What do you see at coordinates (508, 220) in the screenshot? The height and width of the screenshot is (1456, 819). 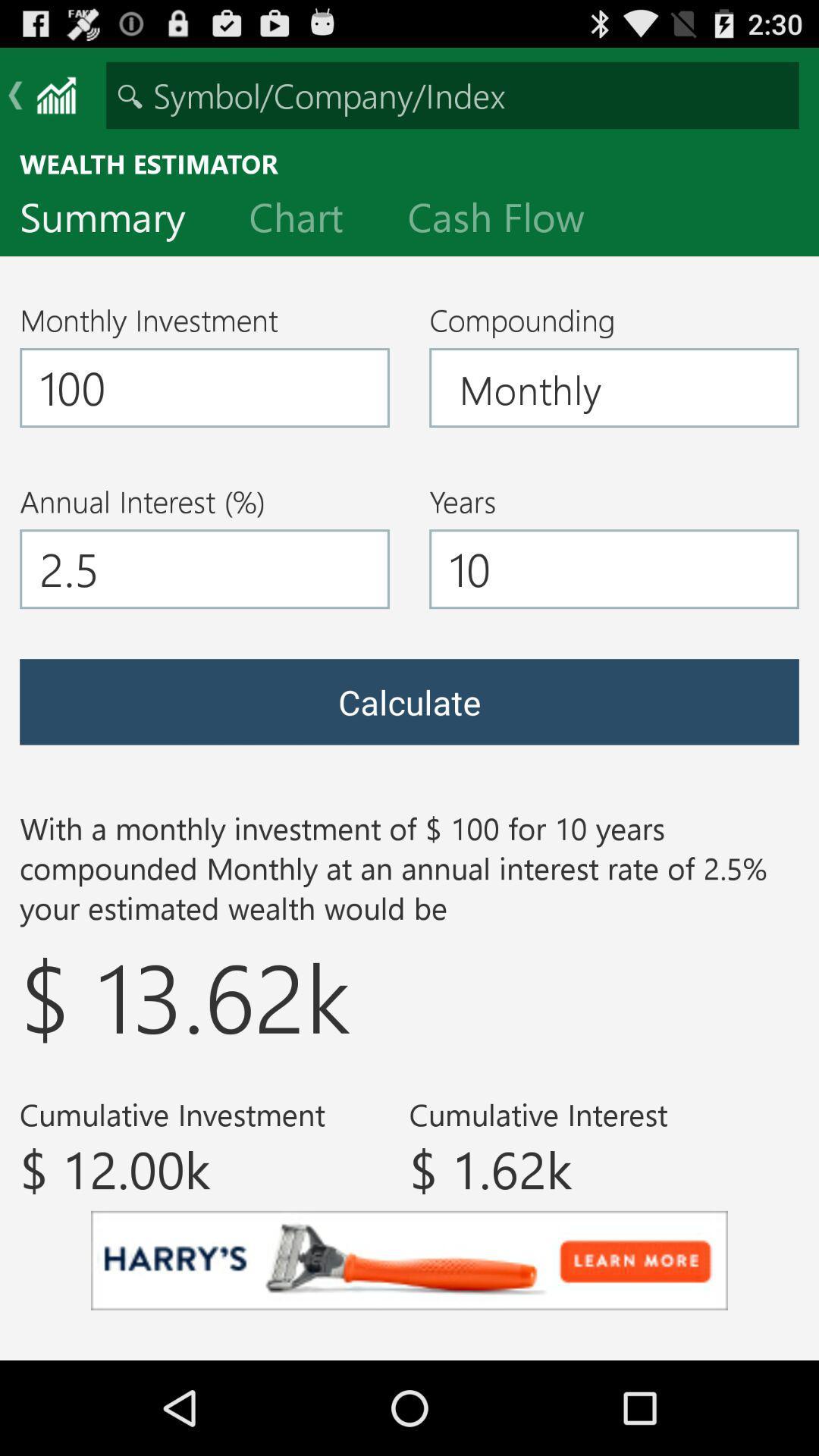 I see `the item to the right of chart icon` at bounding box center [508, 220].